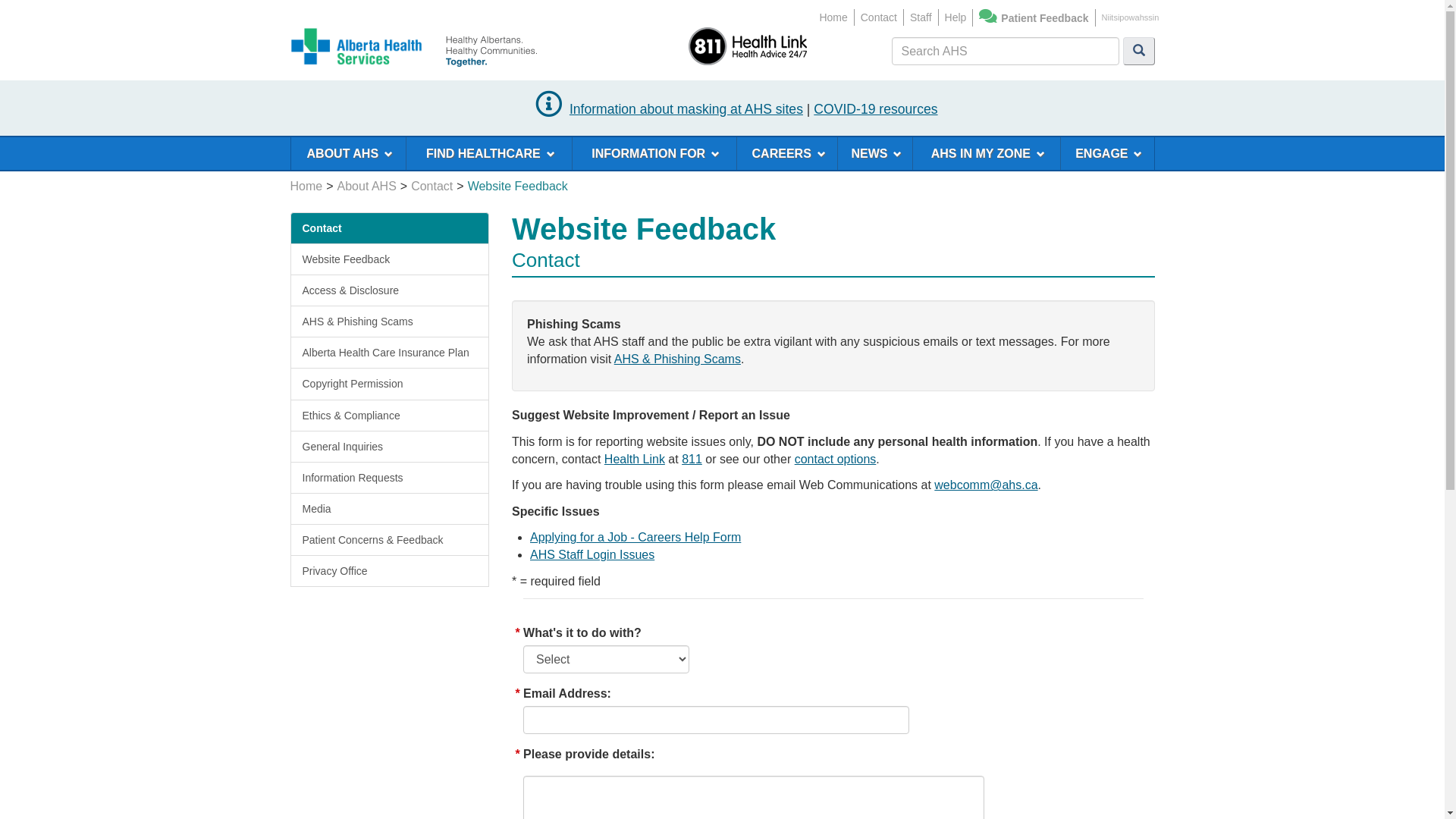  Describe the element at coordinates (305, 185) in the screenshot. I see `'Home'` at that location.